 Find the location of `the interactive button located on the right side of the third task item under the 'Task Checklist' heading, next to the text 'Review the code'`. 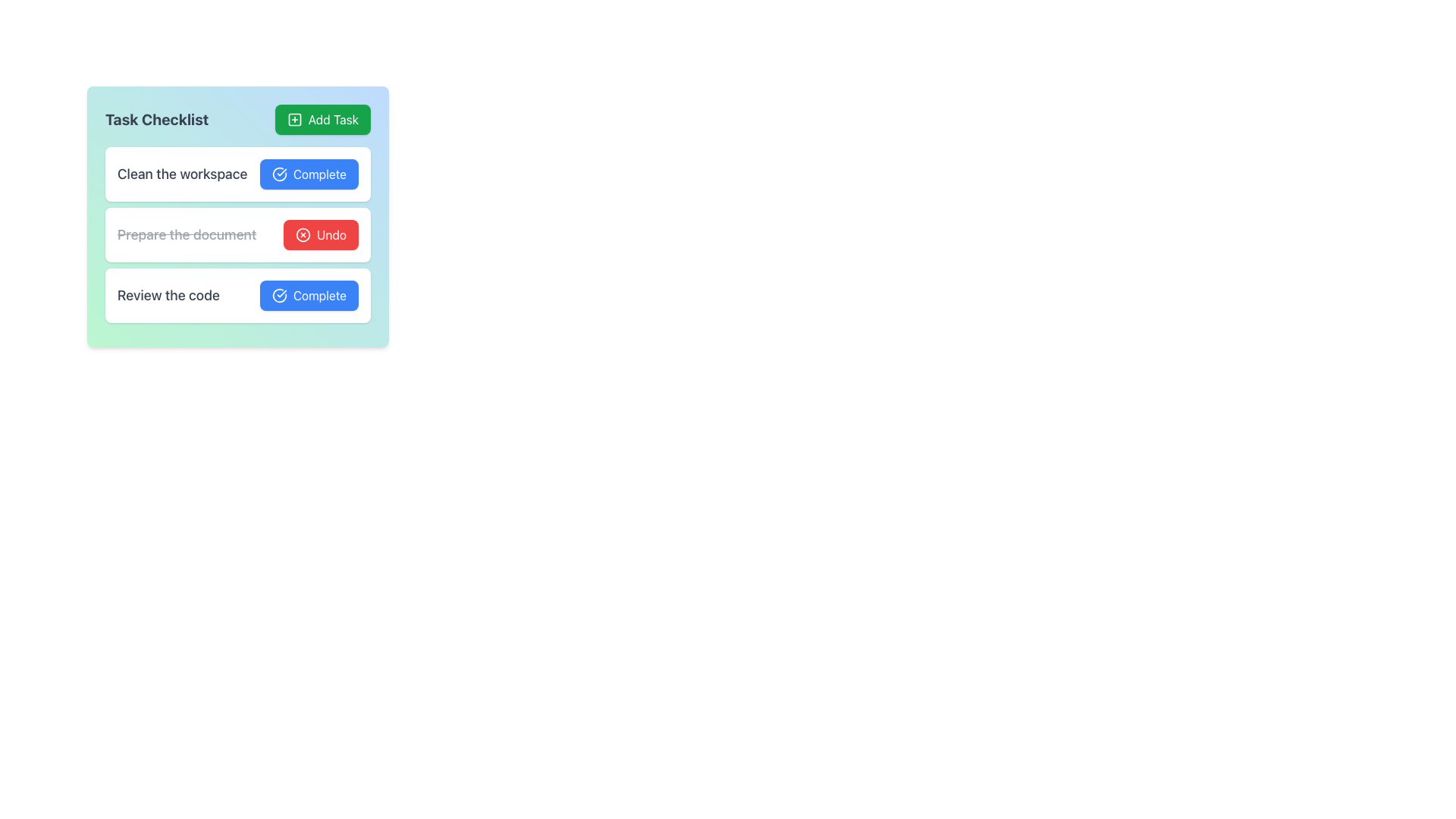

the interactive button located on the right side of the third task item under the 'Task Checklist' heading, next to the text 'Review the code' is located at coordinates (309, 295).